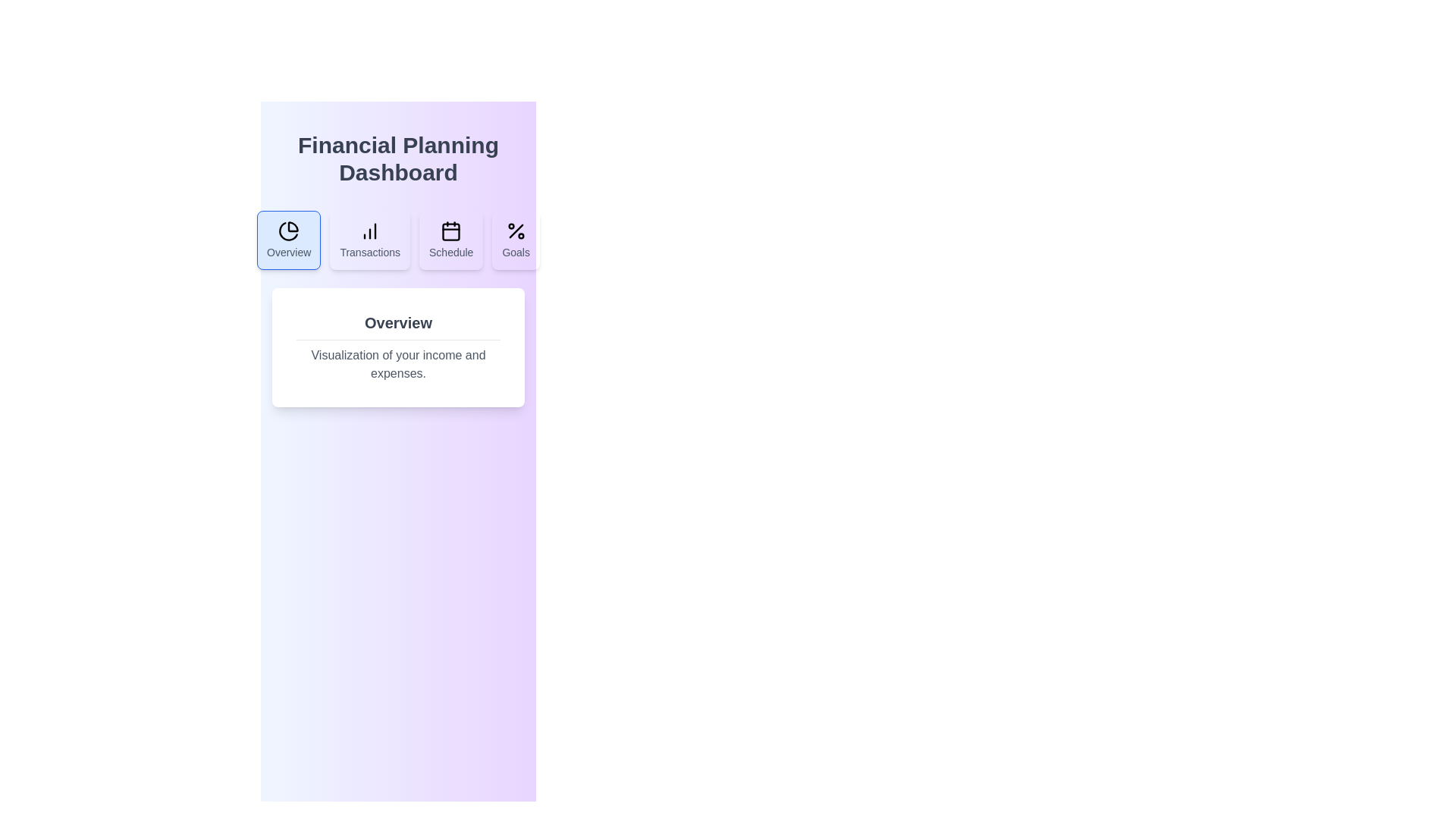 The image size is (1456, 819). Describe the element at coordinates (289, 231) in the screenshot. I see `the pie chart icon located on the 'Overview' button in the top left of the interface` at that location.